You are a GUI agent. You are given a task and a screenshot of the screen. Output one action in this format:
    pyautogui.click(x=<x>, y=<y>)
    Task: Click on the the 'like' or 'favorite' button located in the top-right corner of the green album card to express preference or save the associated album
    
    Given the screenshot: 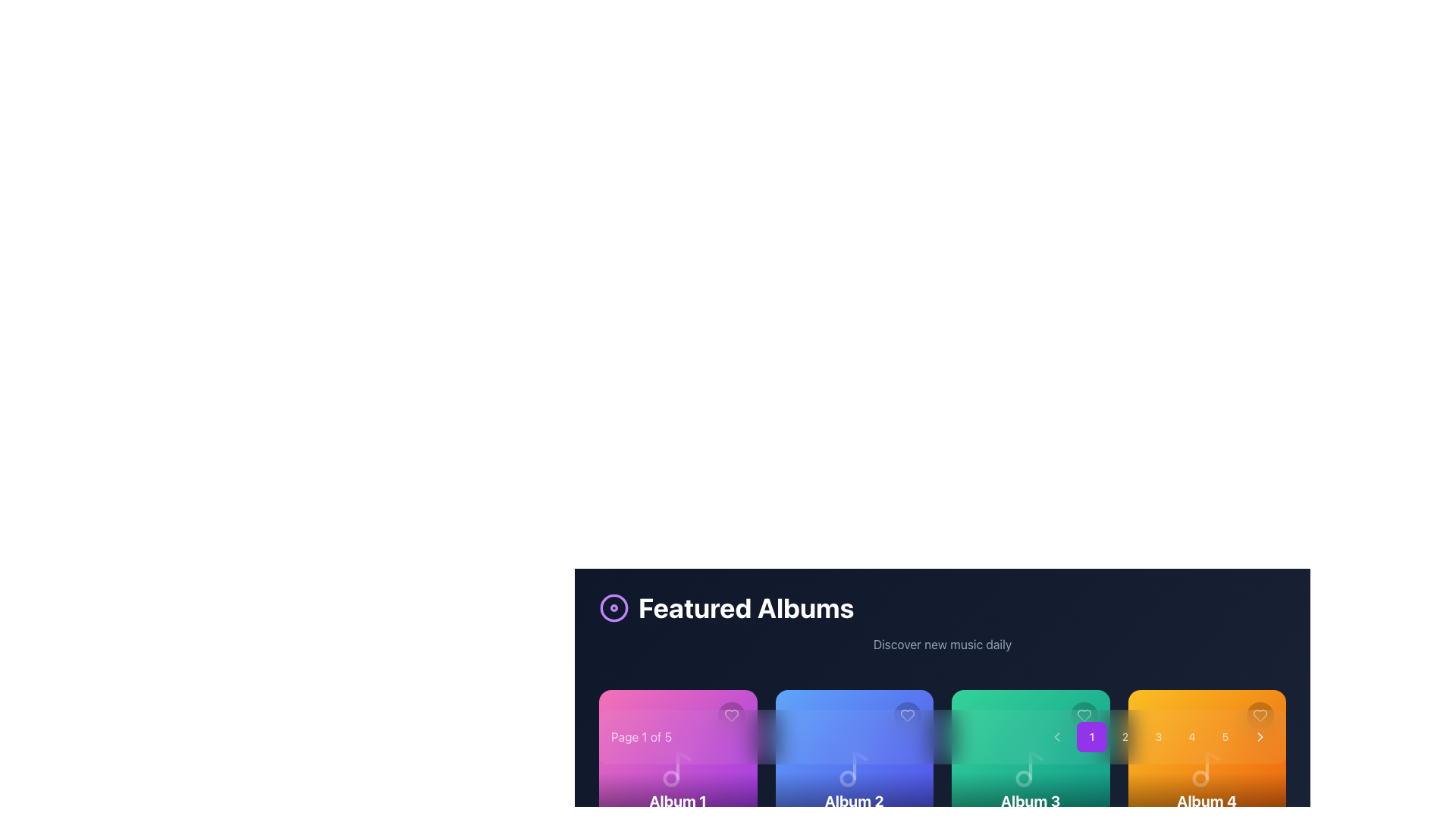 What is the action you would take?
    pyautogui.click(x=1083, y=716)
    